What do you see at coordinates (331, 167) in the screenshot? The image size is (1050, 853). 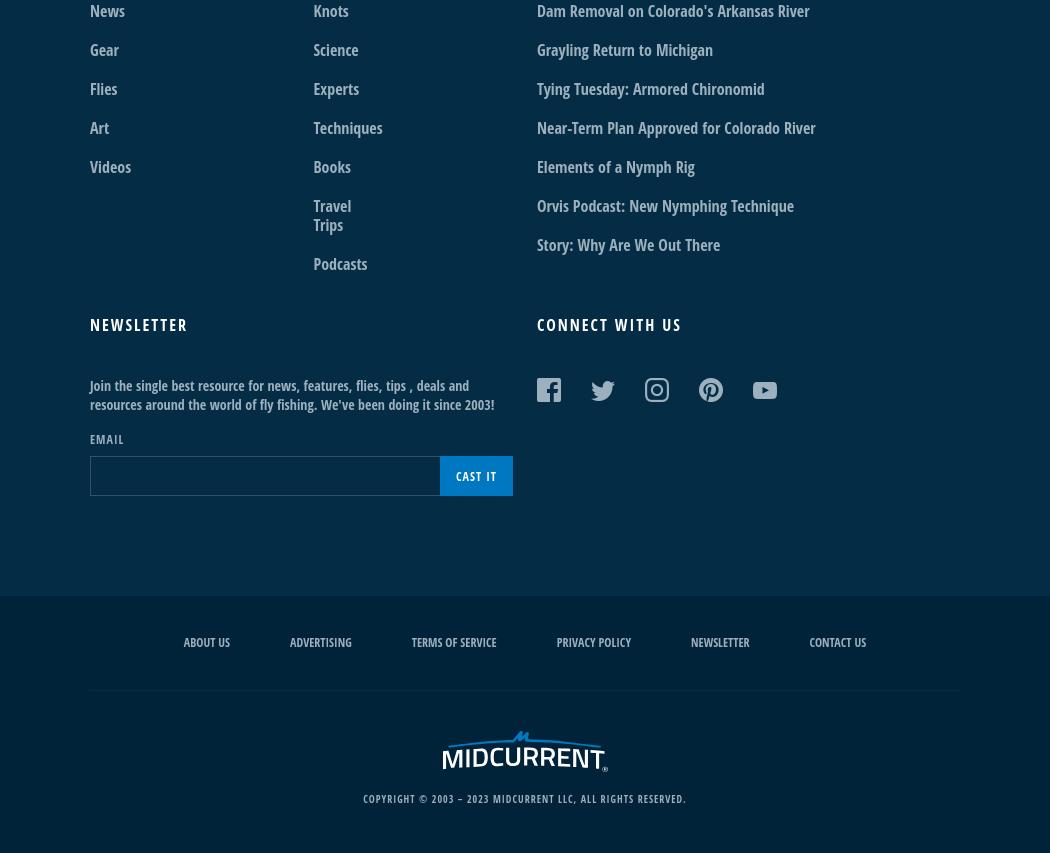 I see `'Books'` at bounding box center [331, 167].